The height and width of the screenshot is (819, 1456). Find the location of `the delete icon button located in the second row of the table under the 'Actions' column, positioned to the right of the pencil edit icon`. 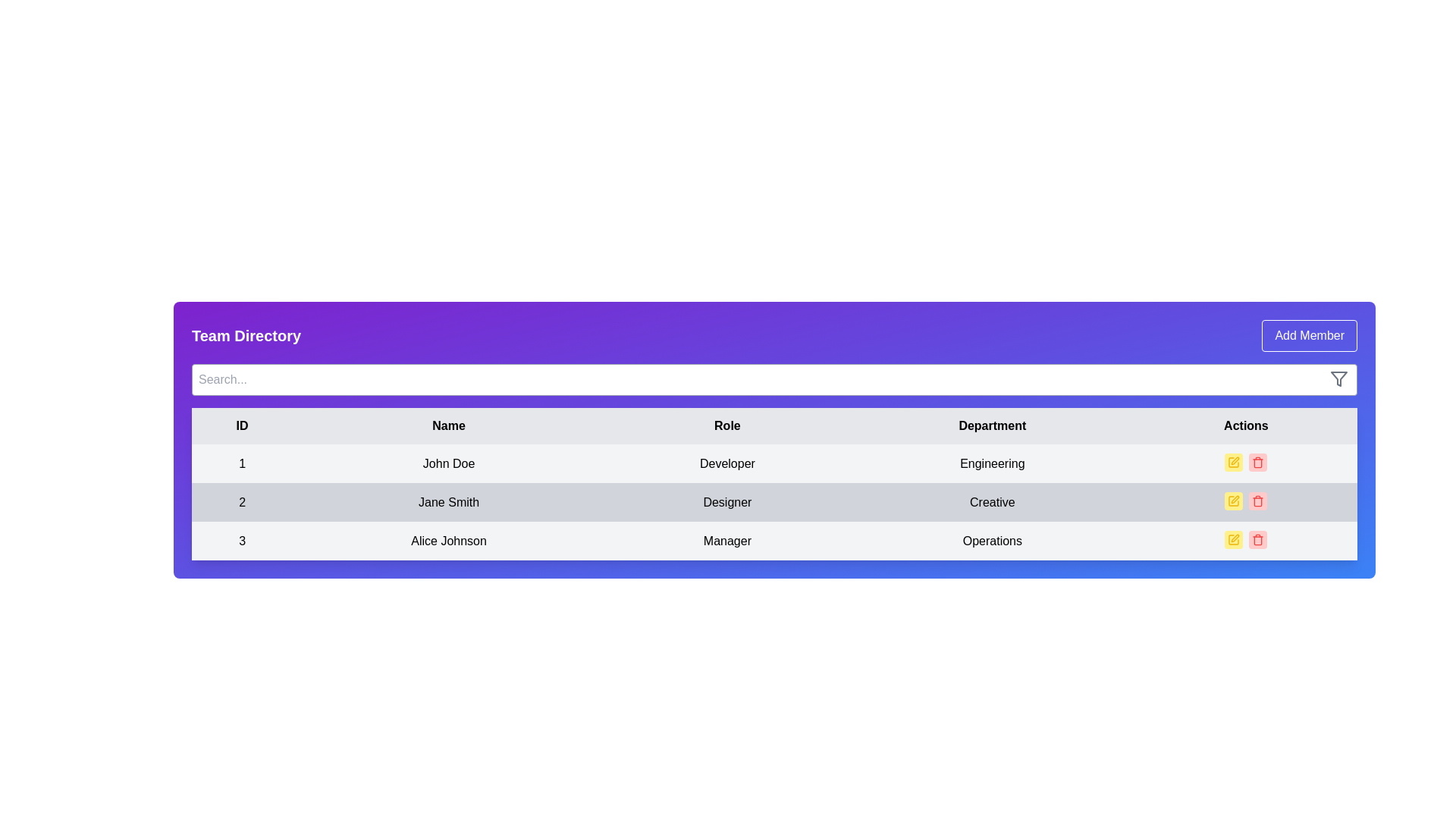

the delete icon button located in the second row of the table under the 'Actions' column, positioned to the right of the pencil edit icon is located at coordinates (1258, 500).